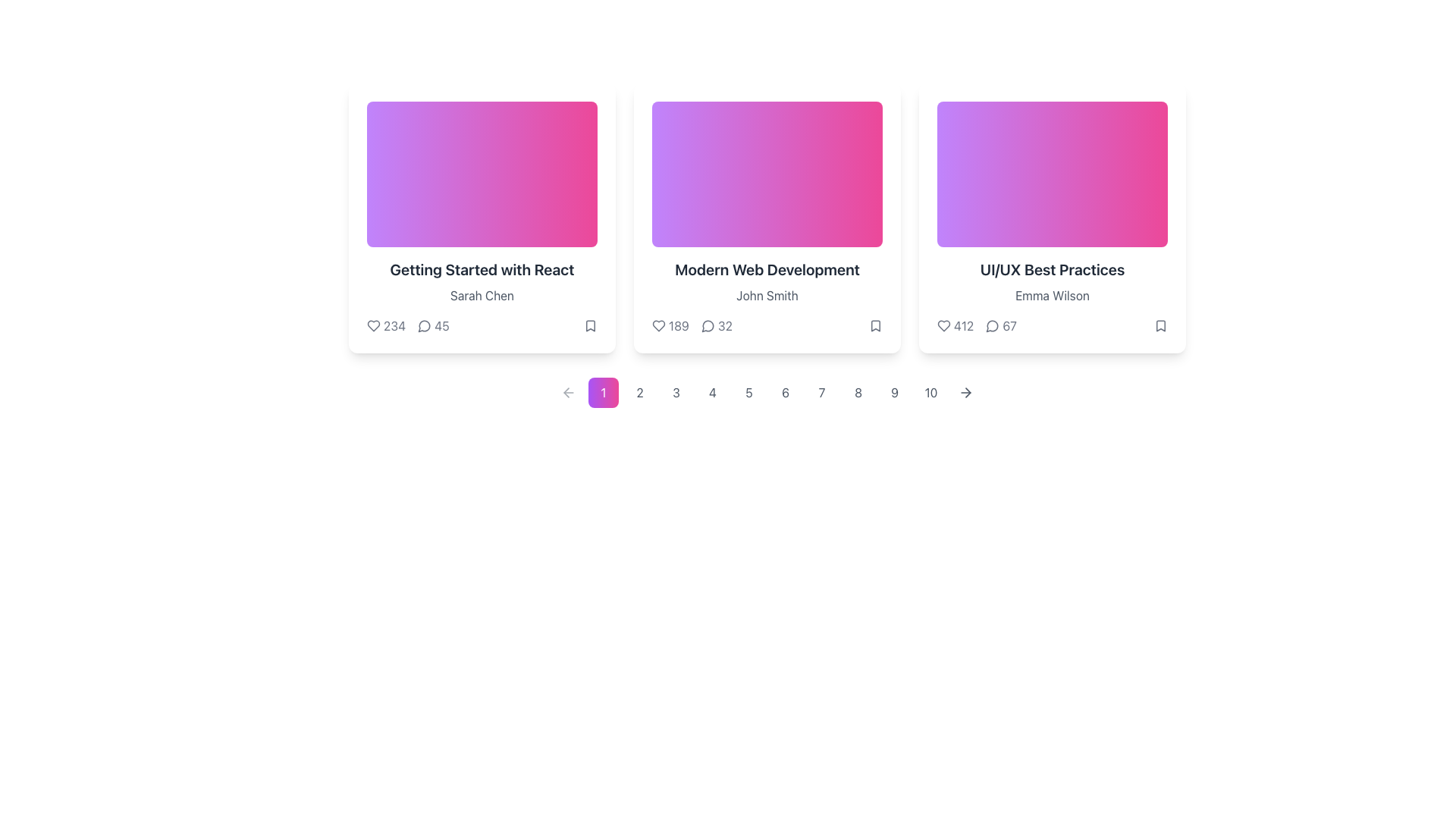 The image size is (1456, 819). What do you see at coordinates (992, 325) in the screenshot?
I see `the graphical representation of the comment indicator icon located in the UI/UX Best Practices card, which is the third card in a horizontal list` at bounding box center [992, 325].